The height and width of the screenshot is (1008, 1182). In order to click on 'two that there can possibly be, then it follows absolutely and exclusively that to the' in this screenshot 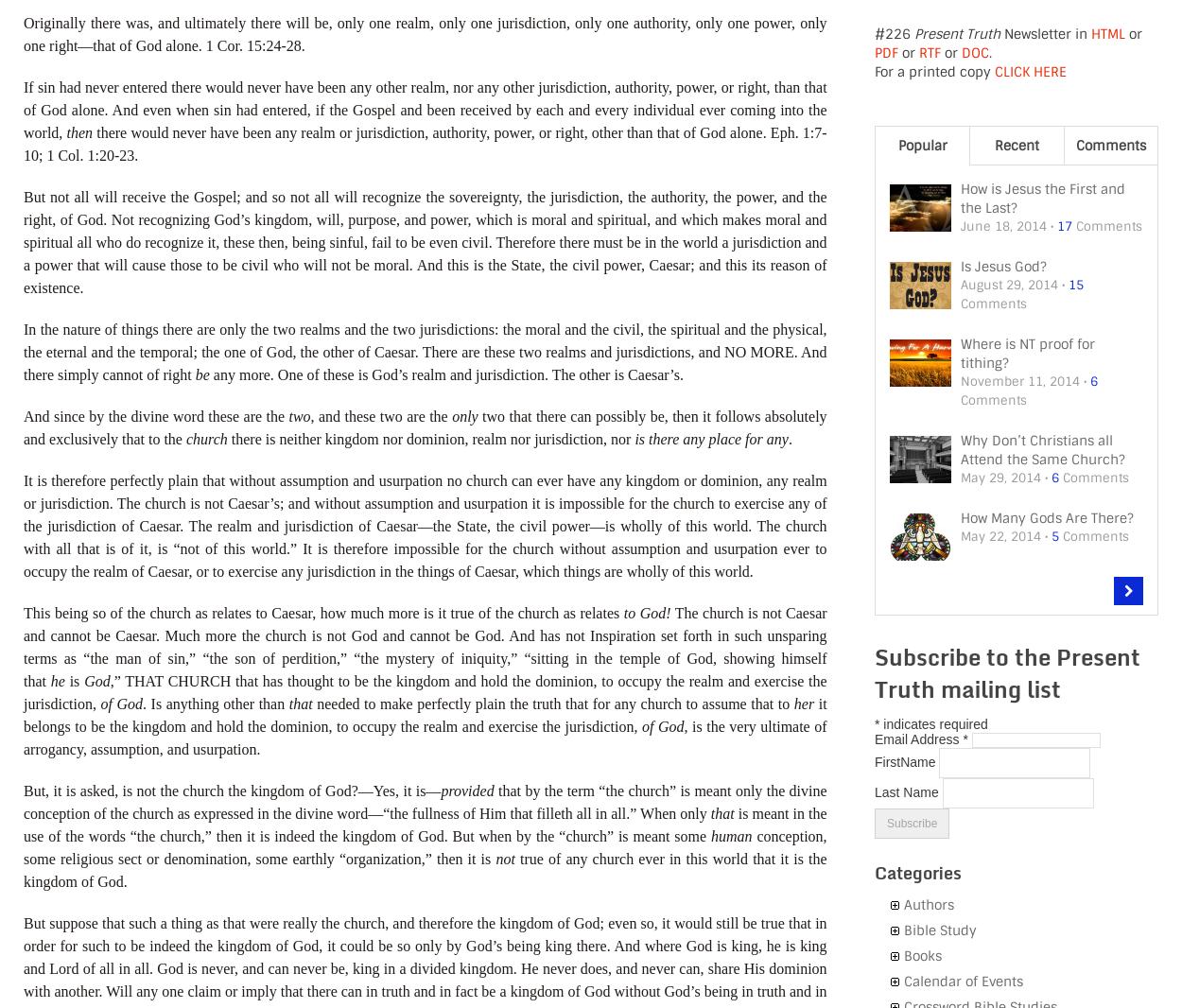, I will do `click(424, 426)`.